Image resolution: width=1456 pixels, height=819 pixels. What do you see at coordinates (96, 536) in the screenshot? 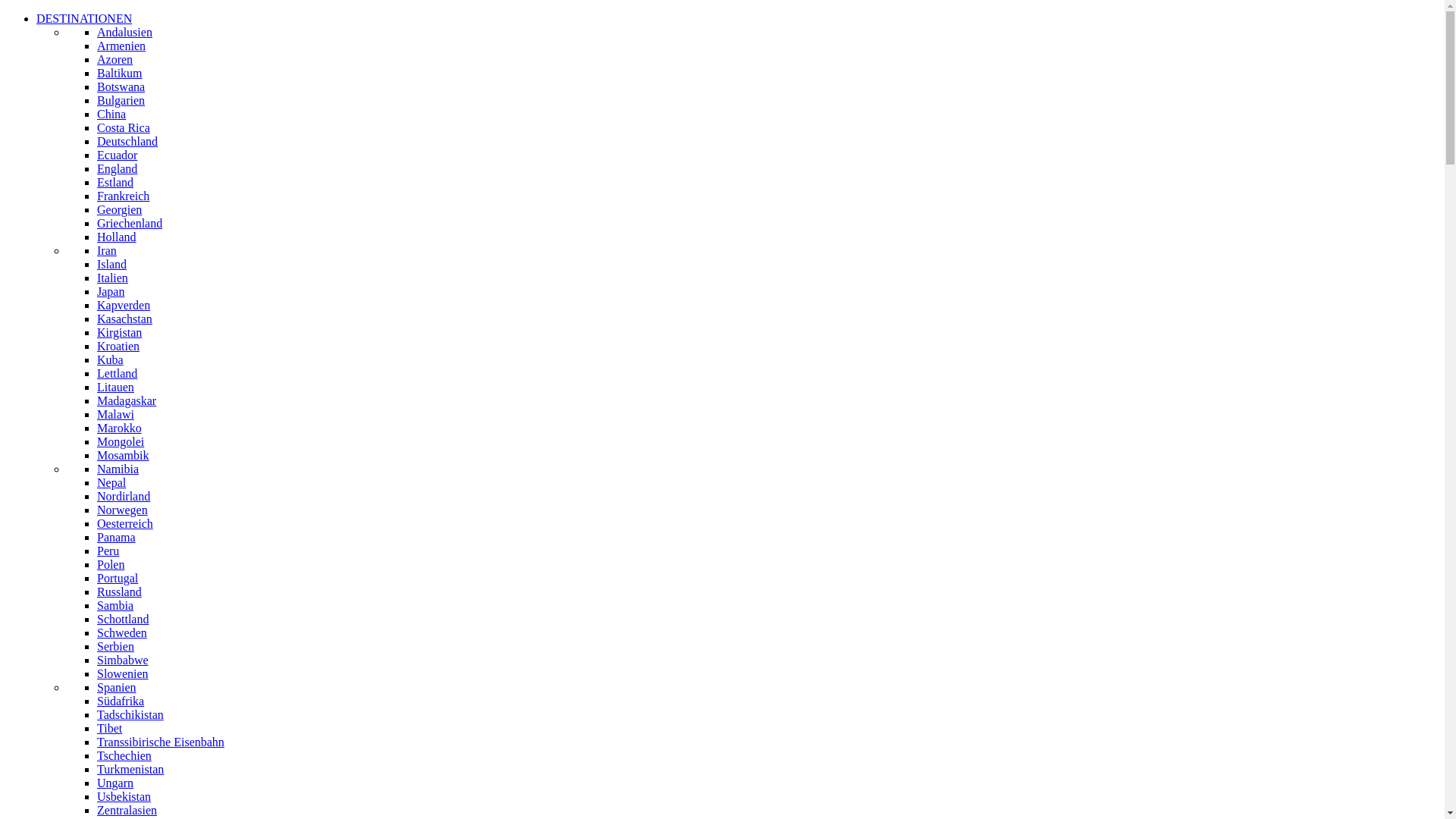
I see `'Panama'` at bounding box center [96, 536].